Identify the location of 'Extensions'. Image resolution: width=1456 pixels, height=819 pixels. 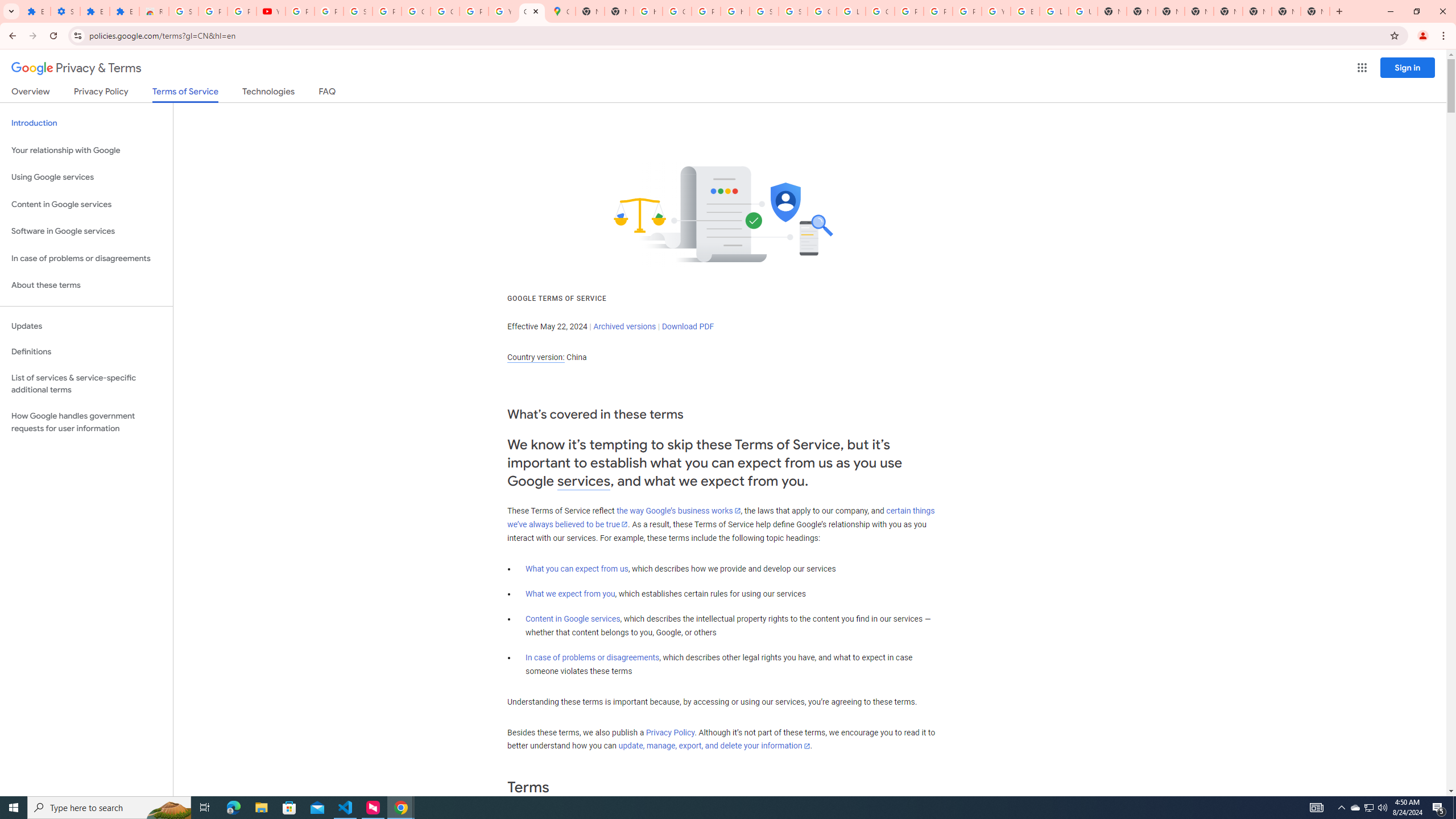
(123, 11).